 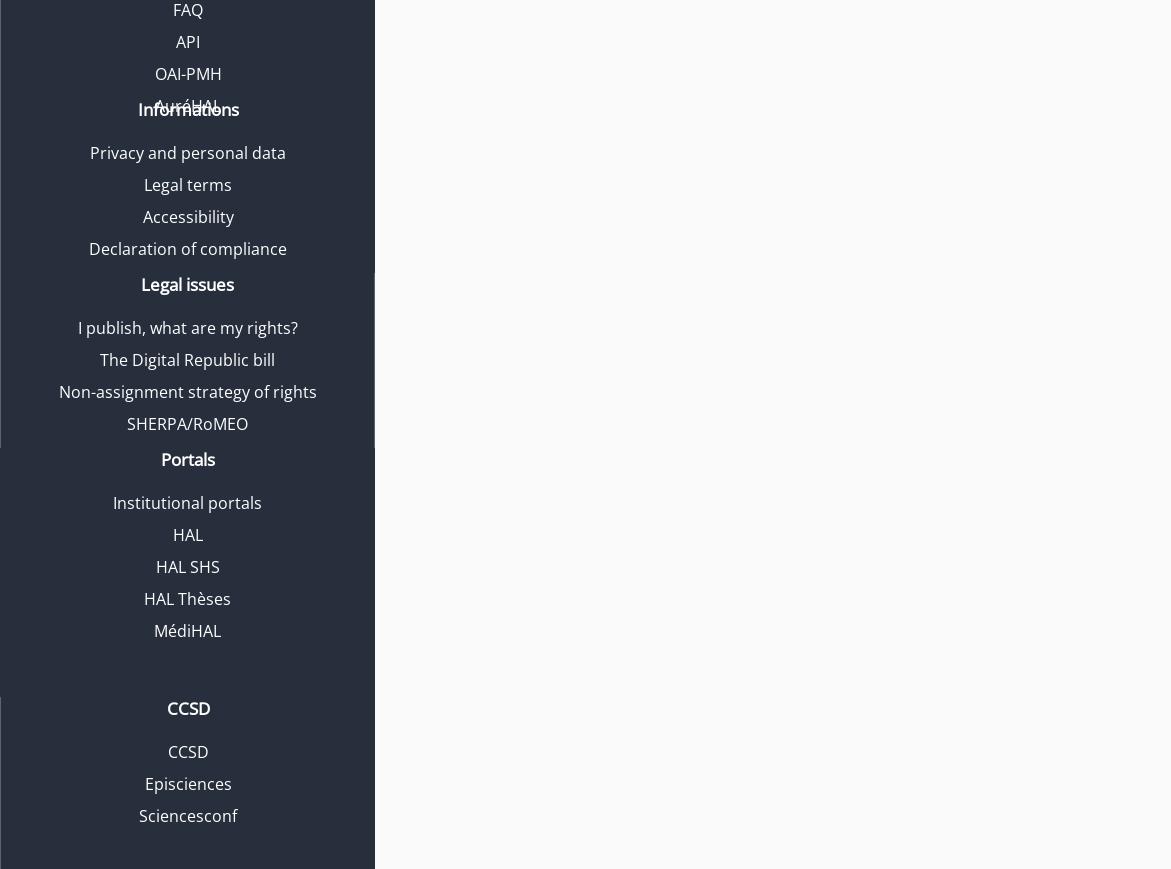 What do you see at coordinates (186, 784) in the screenshot?
I see `'Episciences'` at bounding box center [186, 784].